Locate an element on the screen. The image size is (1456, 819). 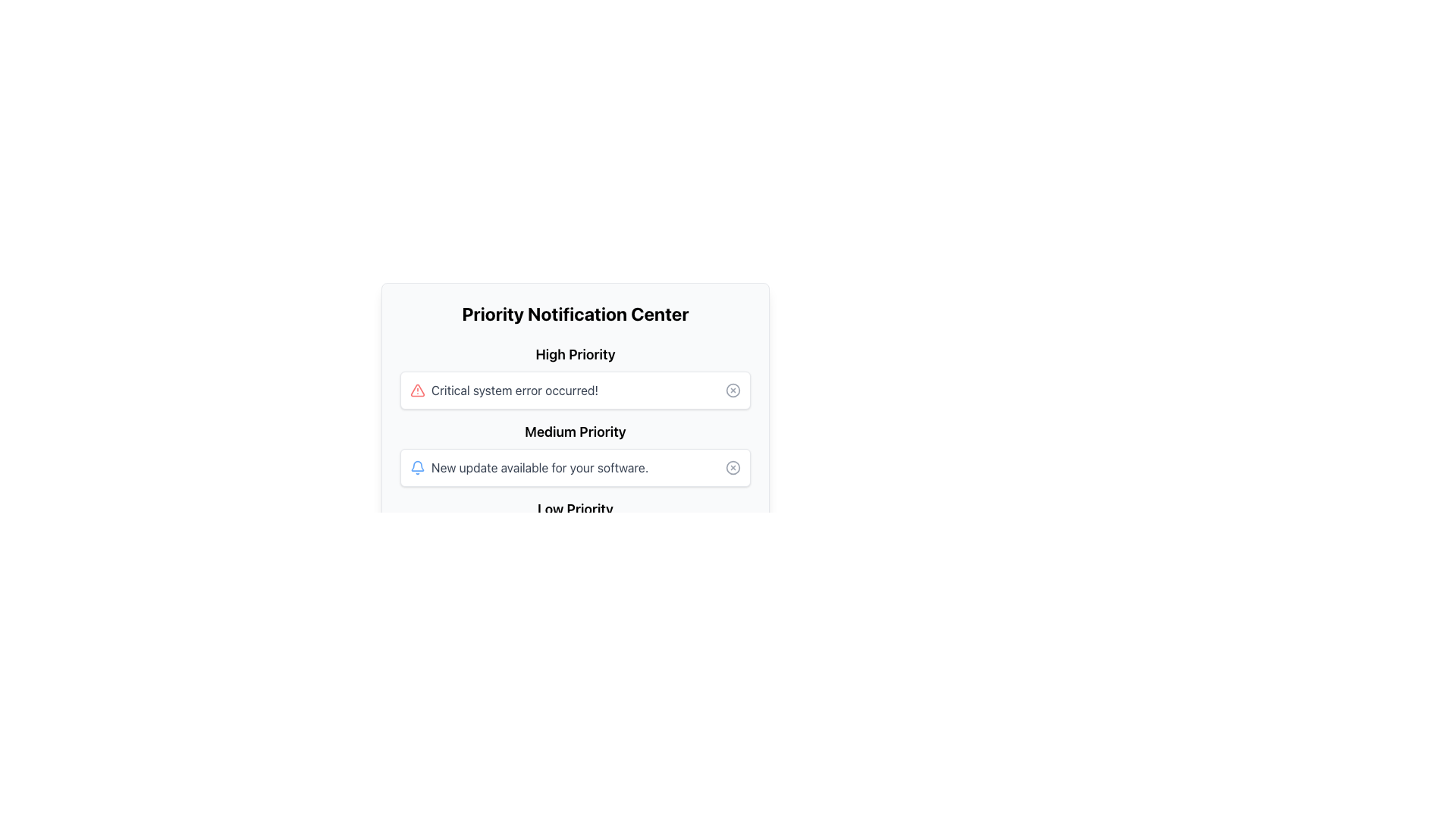
notification message from the first notification card in the 'High Priority' section of the 'Priority Notification Center' interface is located at coordinates (574, 390).